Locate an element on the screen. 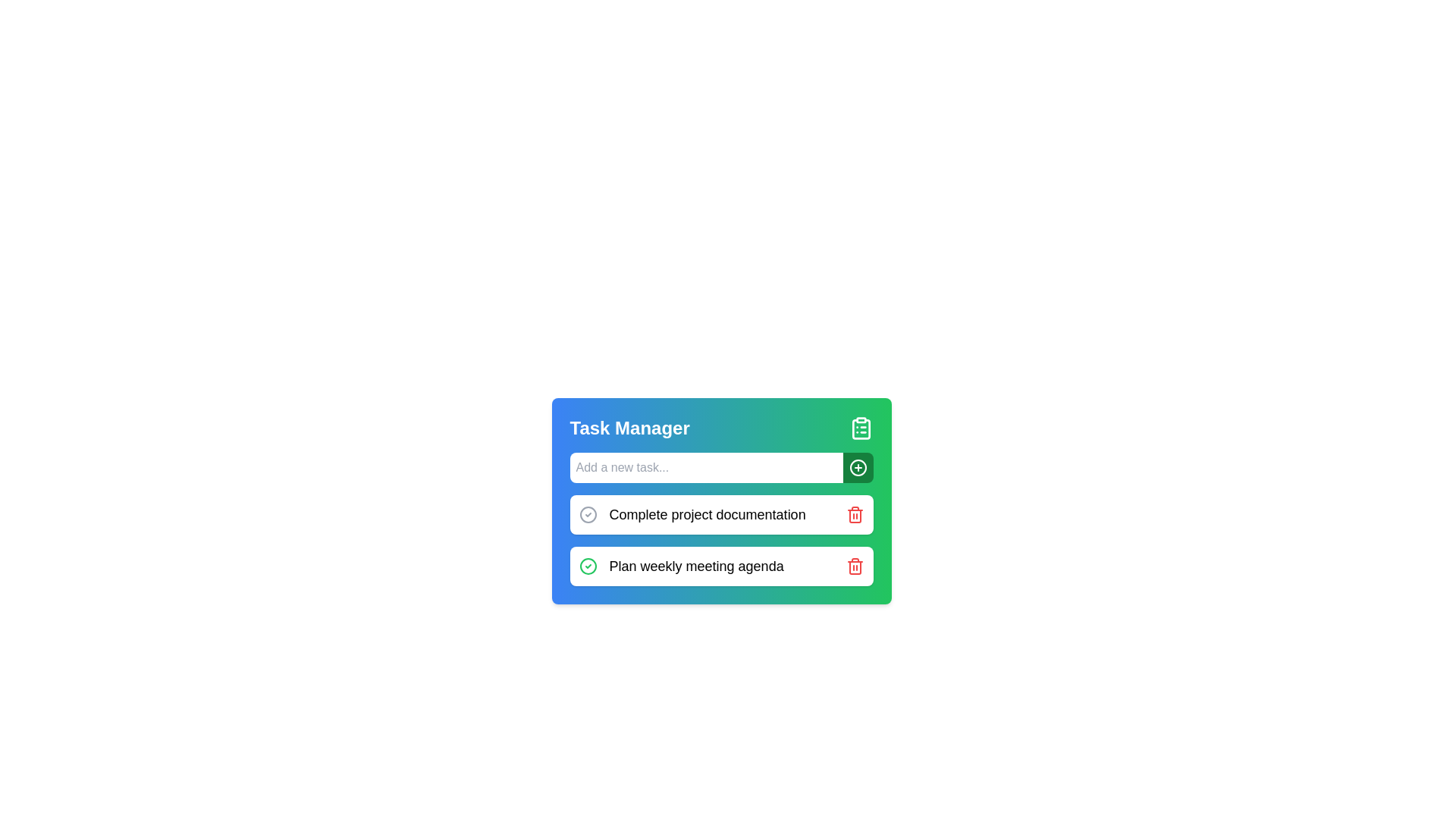 The height and width of the screenshot is (819, 1456). the Text Label that displays the name or description of a task in the task management application, located as the primary content of a task item next to a circular icon and a delete button is located at coordinates (707, 513).